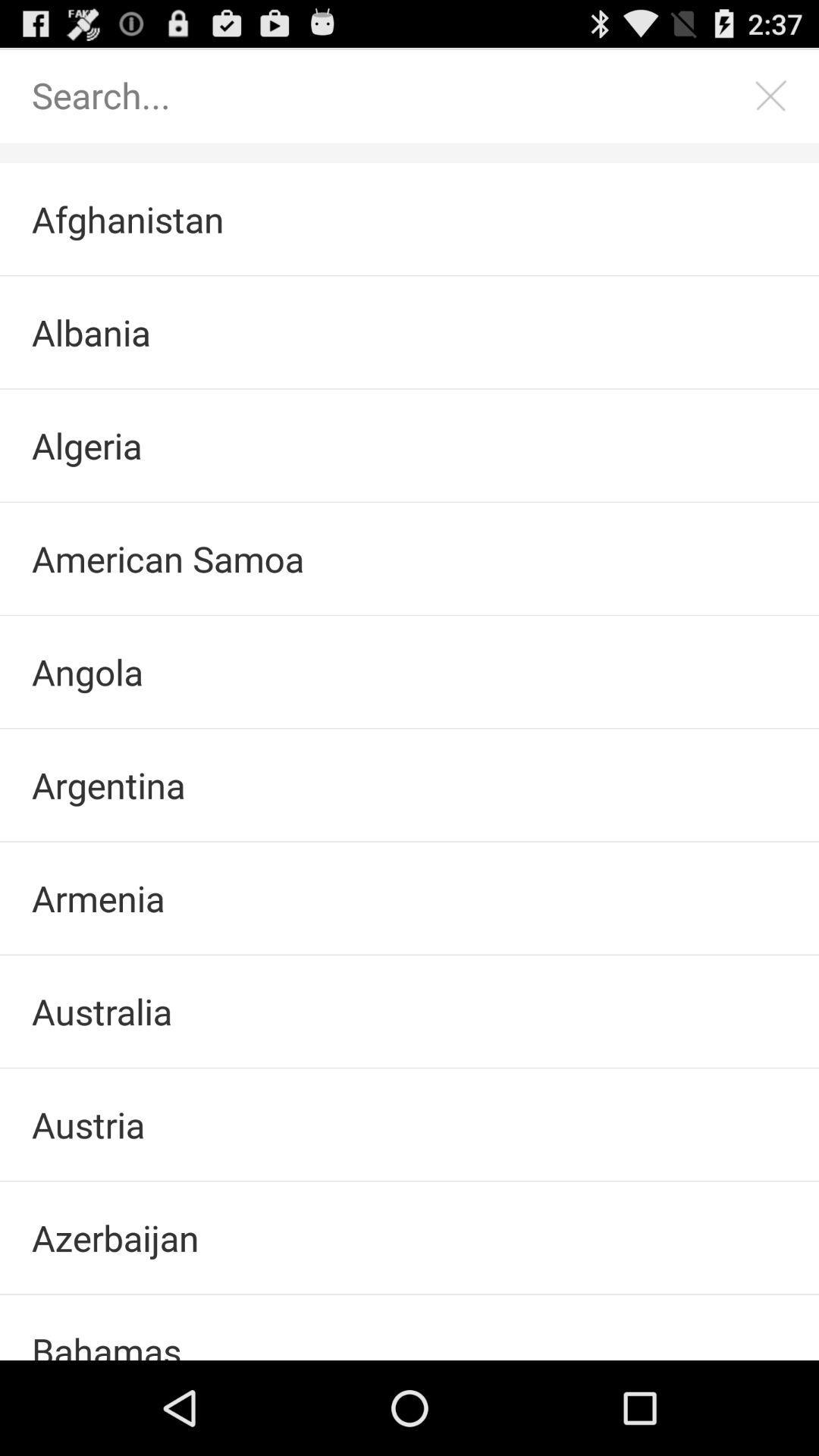  Describe the element at coordinates (771, 101) in the screenshot. I see `the close icon` at that location.